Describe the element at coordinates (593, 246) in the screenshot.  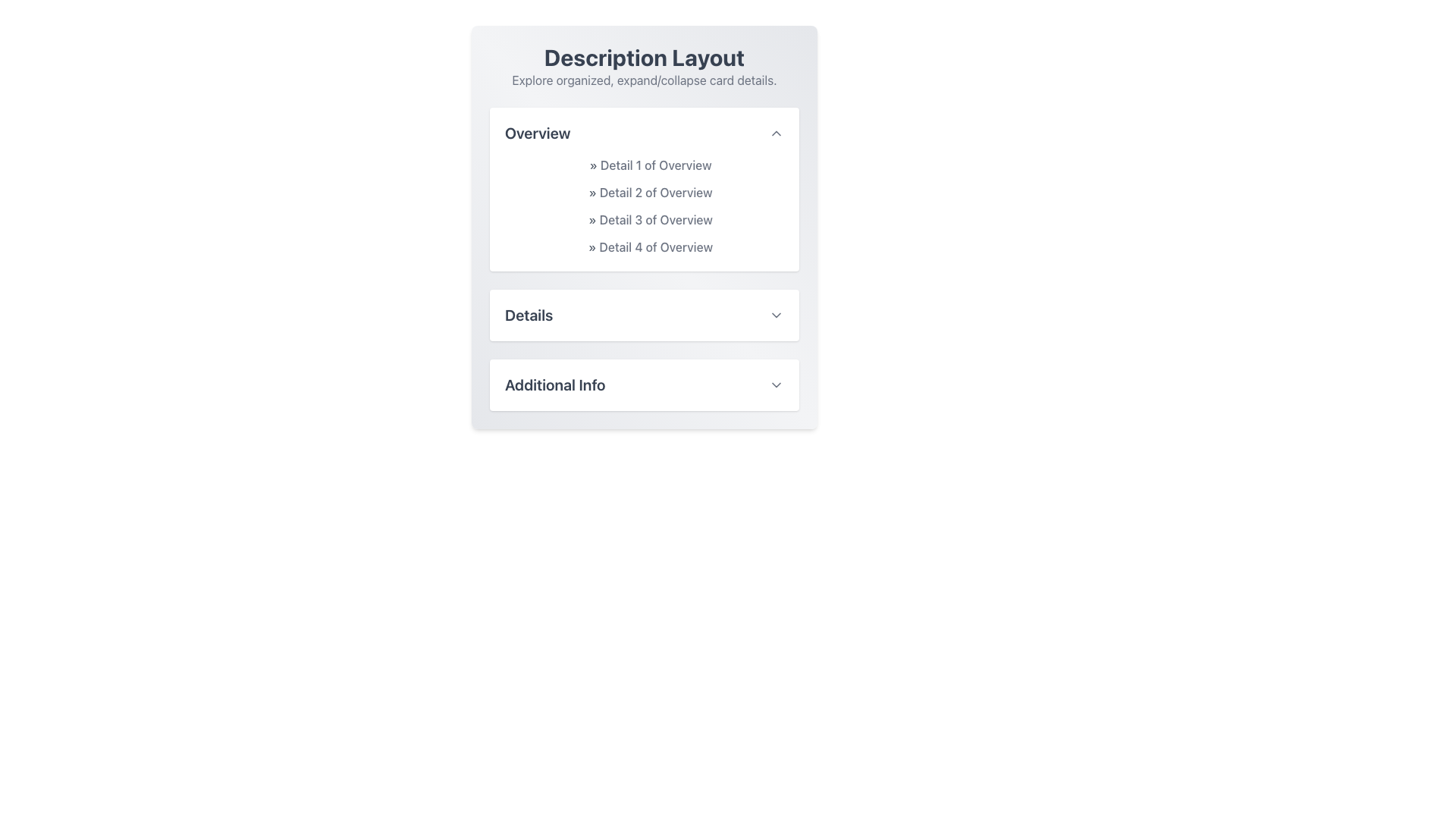
I see `the right-pointing chevron icon ('»') styled in gray (#606060) located at the beginning of the text 'Detail 4 of Overview' in the 'Overview' section` at that location.